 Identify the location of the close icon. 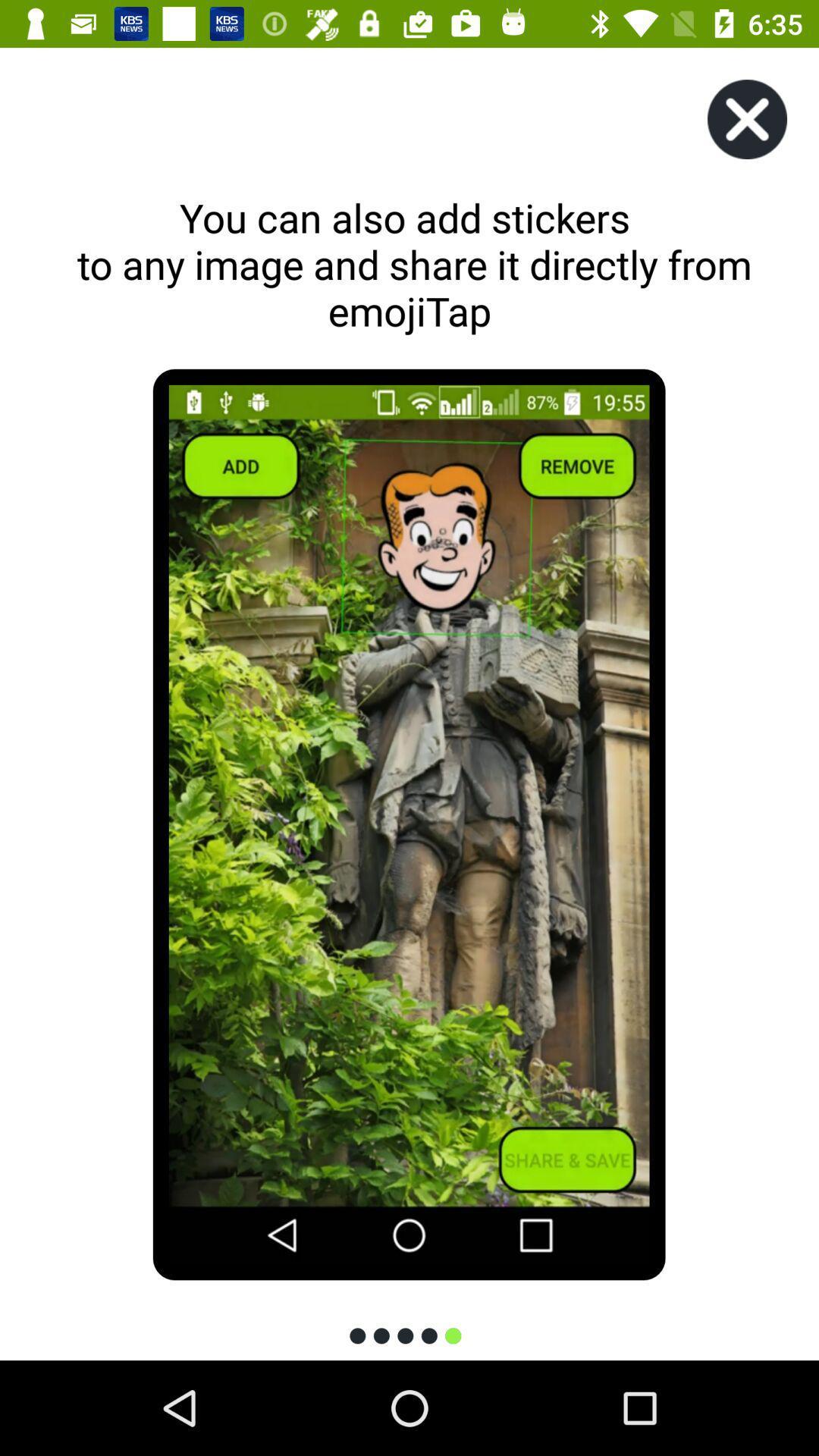
(746, 118).